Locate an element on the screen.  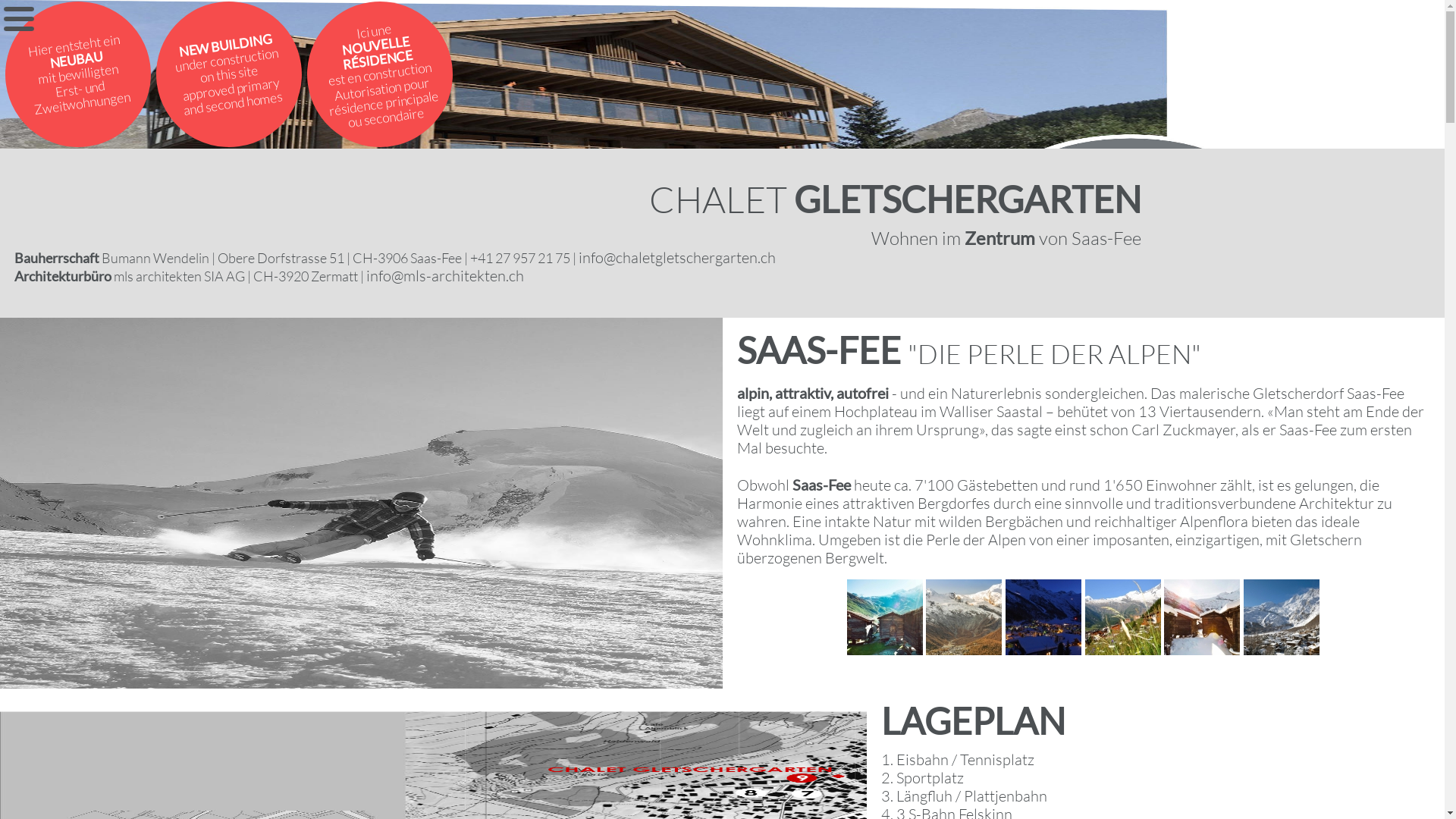
'You are viewing the image with filename 1.jpg' is located at coordinates (884, 617).